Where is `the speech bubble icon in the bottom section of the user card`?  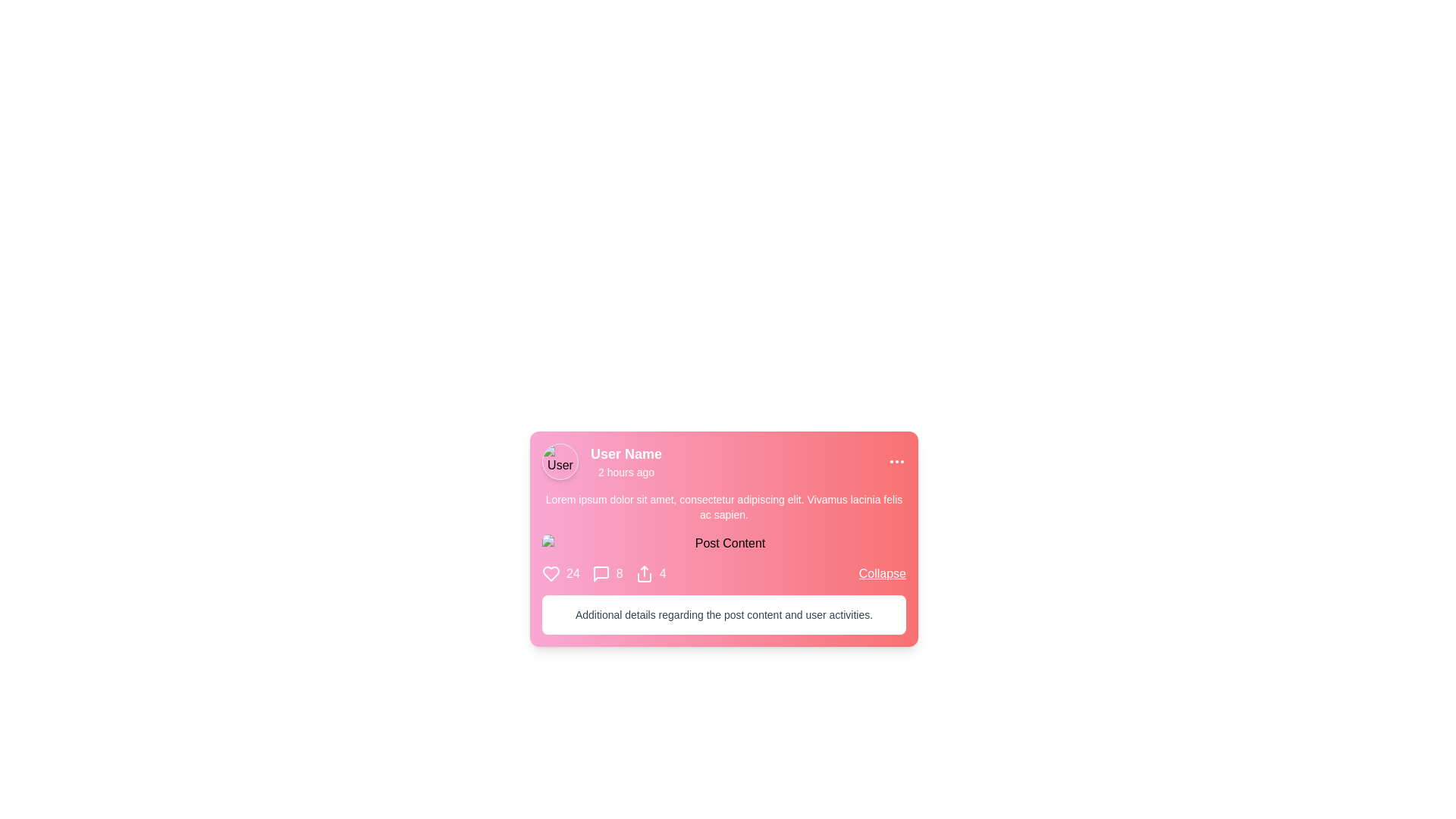 the speech bubble icon in the bottom section of the user card is located at coordinates (600, 573).